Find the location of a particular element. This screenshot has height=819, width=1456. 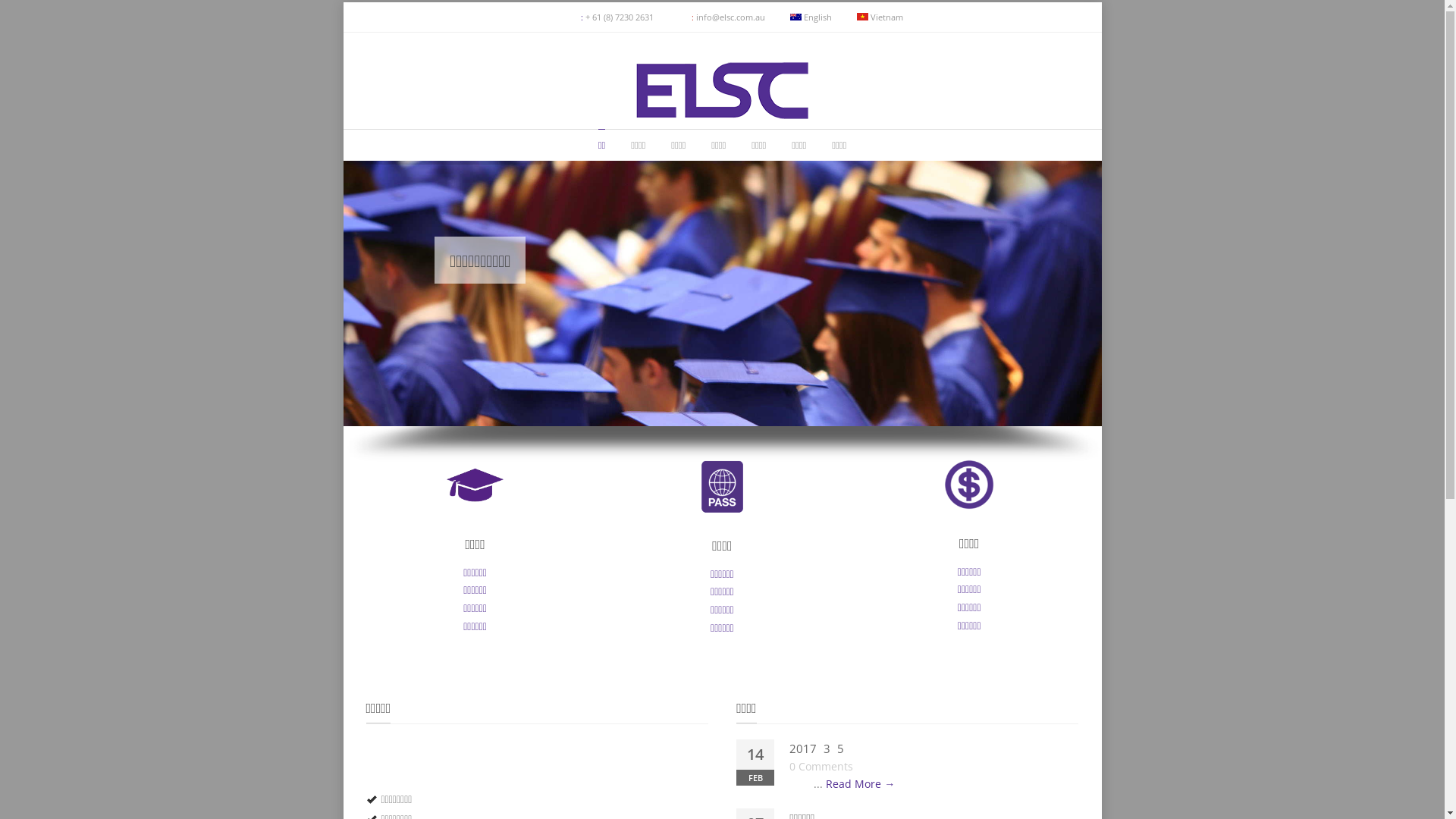

'info@elsc.com.au' is located at coordinates (730, 17).